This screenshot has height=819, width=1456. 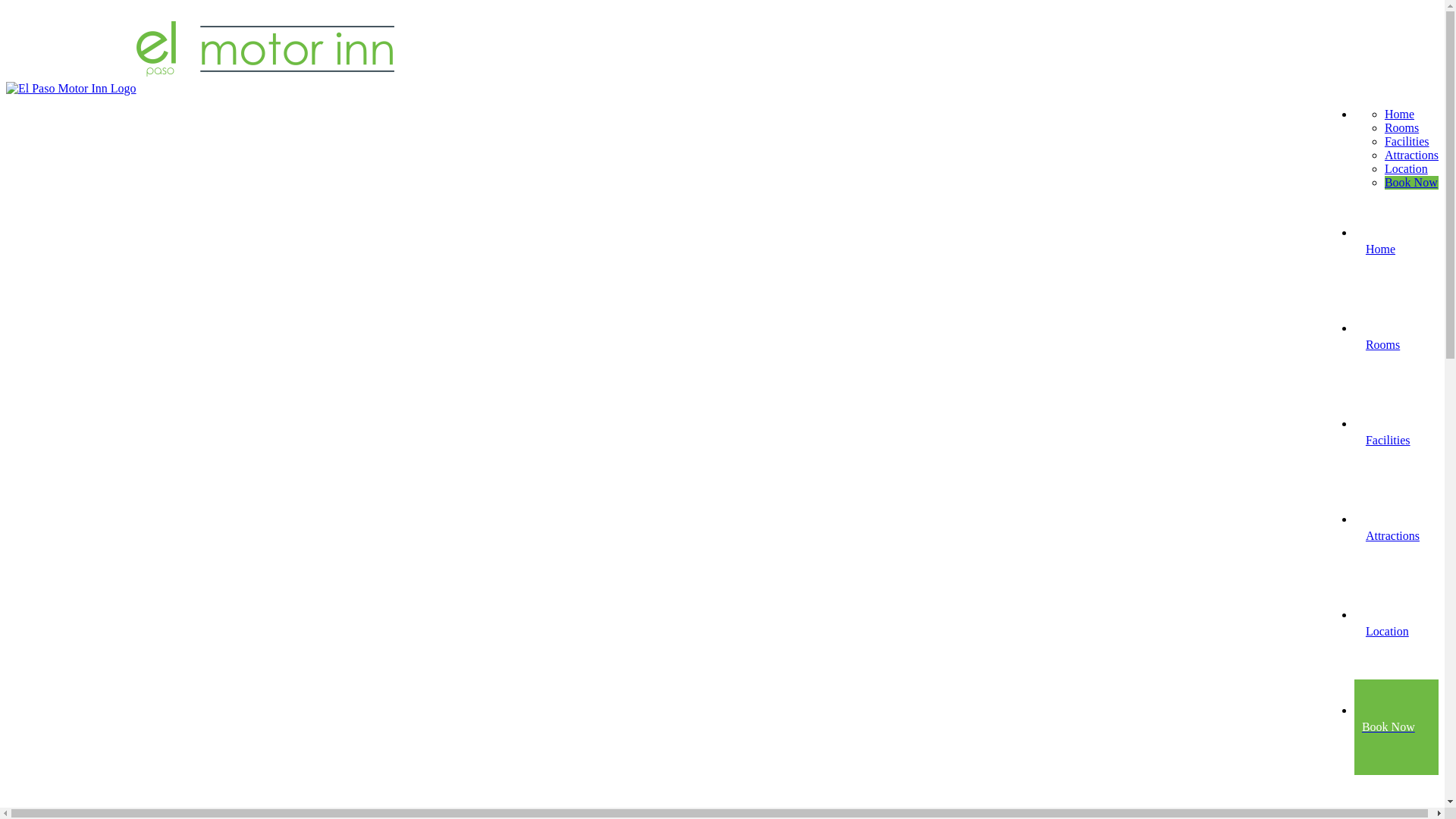 I want to click on 'Home', so click(x=1398, y=113).